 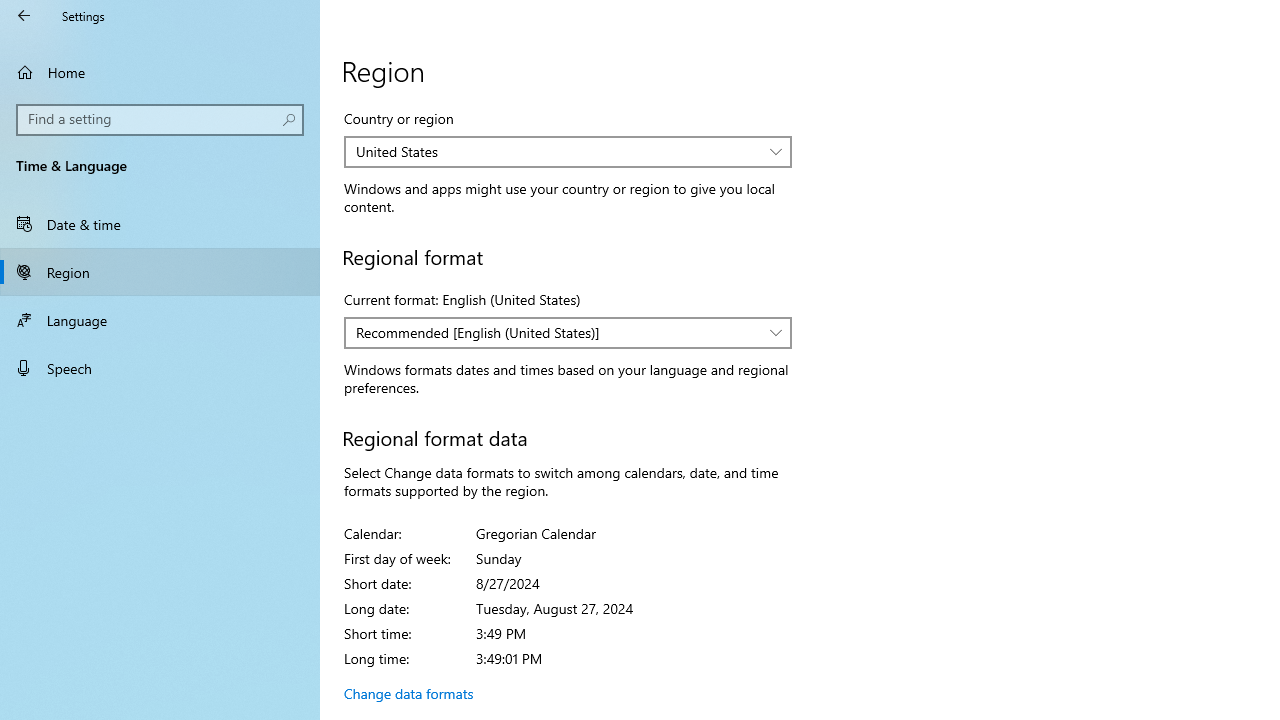 What do you see at coordinates (558, 331) in the screenshot?
I see `'Recommended [English (United States)]'` at bounding box center [558, 331].